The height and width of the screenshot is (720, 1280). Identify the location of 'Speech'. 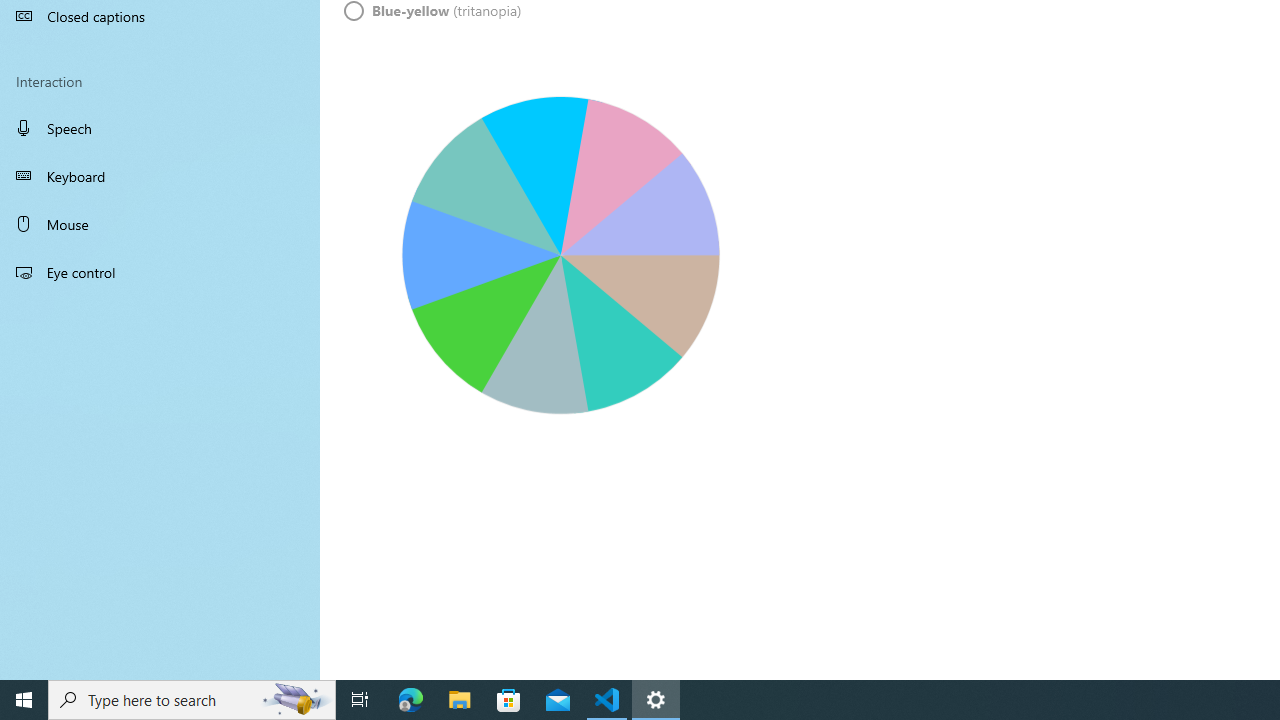
(160, 127).